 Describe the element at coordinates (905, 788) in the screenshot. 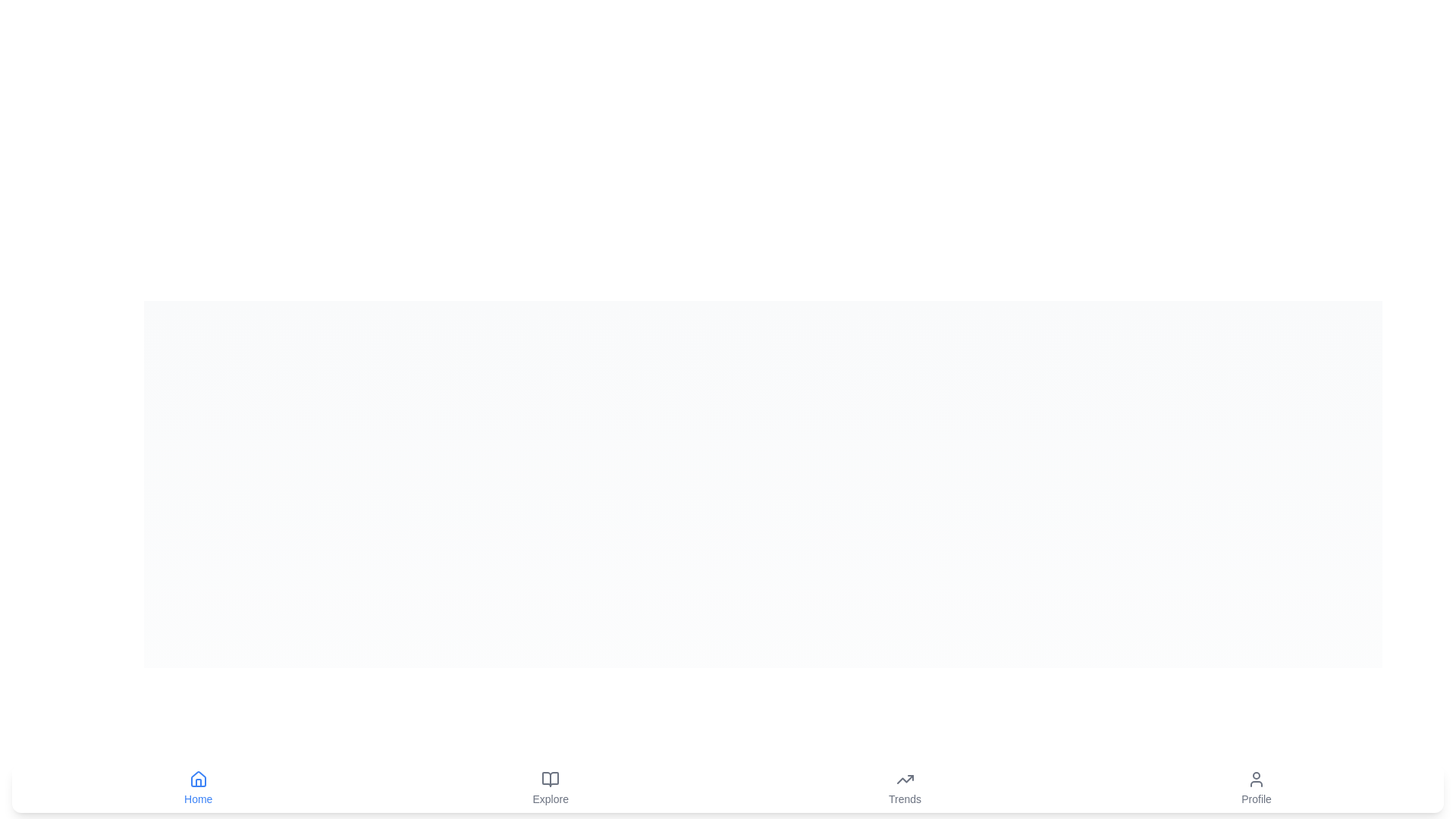

I see `the tab labeled Trends to navigate to the respective section` at that location.